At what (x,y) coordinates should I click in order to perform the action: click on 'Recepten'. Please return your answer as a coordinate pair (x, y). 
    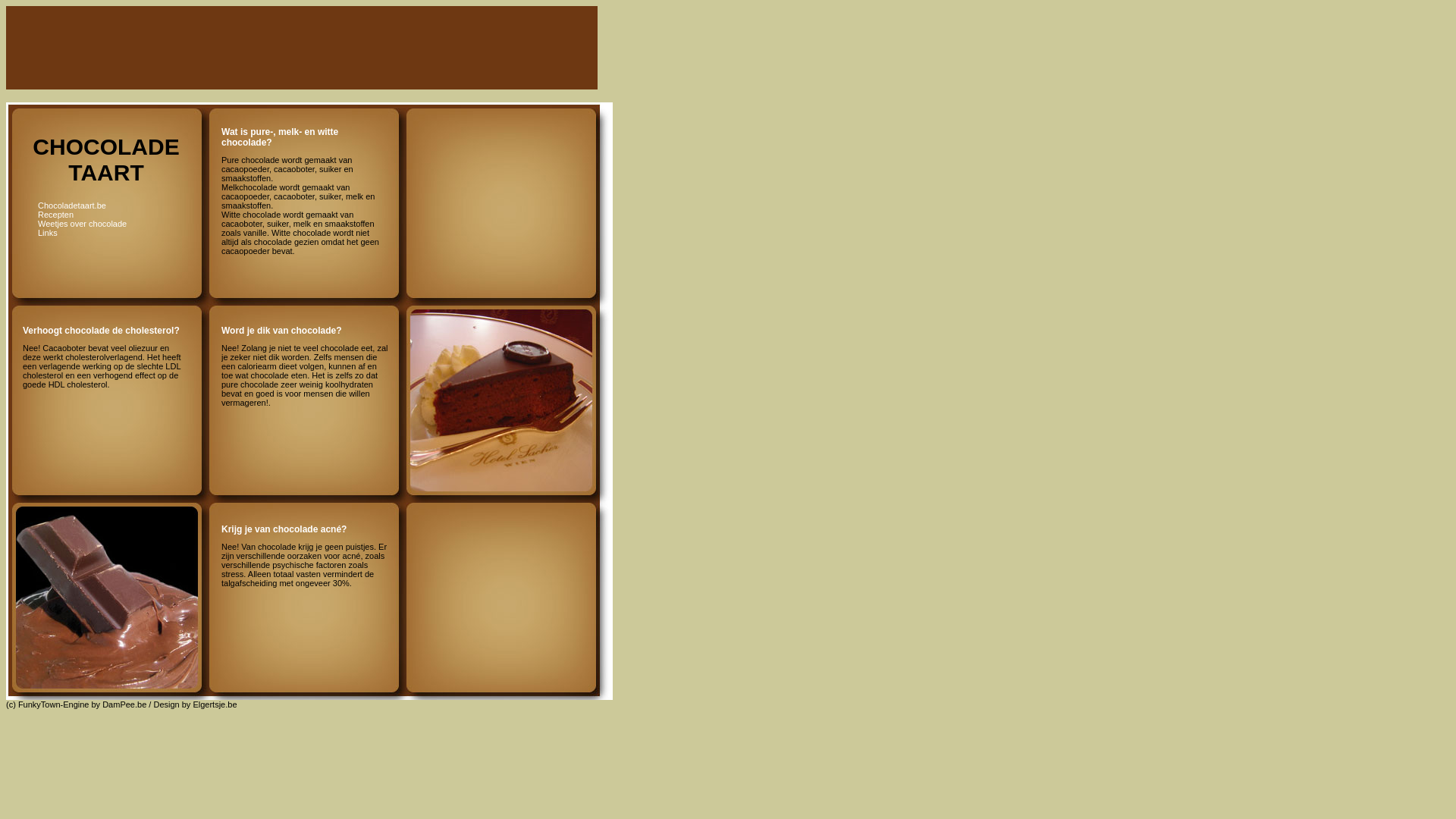
    Looking at the image, I should click on (55, 214).